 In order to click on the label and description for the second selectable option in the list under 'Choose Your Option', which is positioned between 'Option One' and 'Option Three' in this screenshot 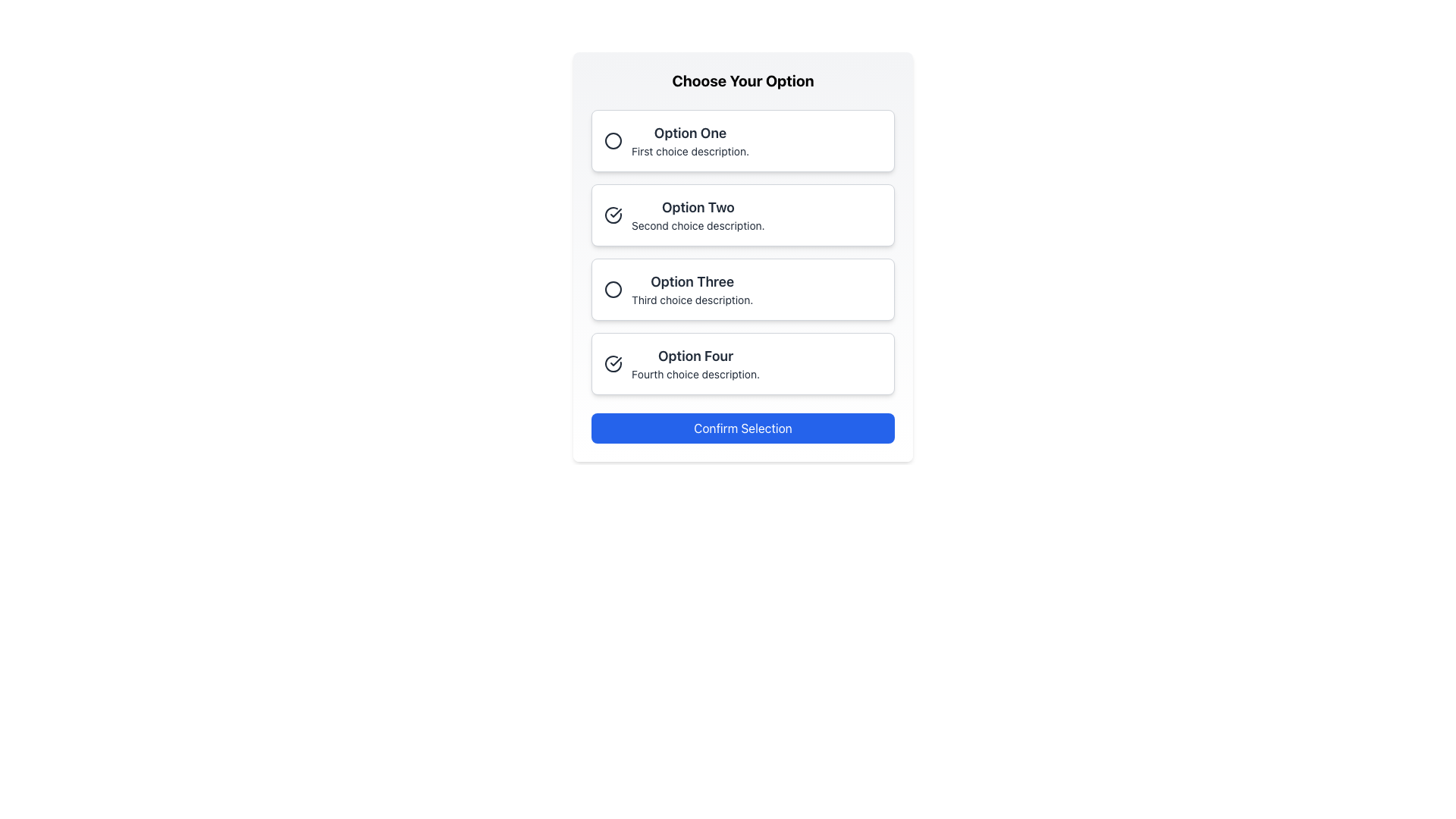, I will do `click(697, 215)`.